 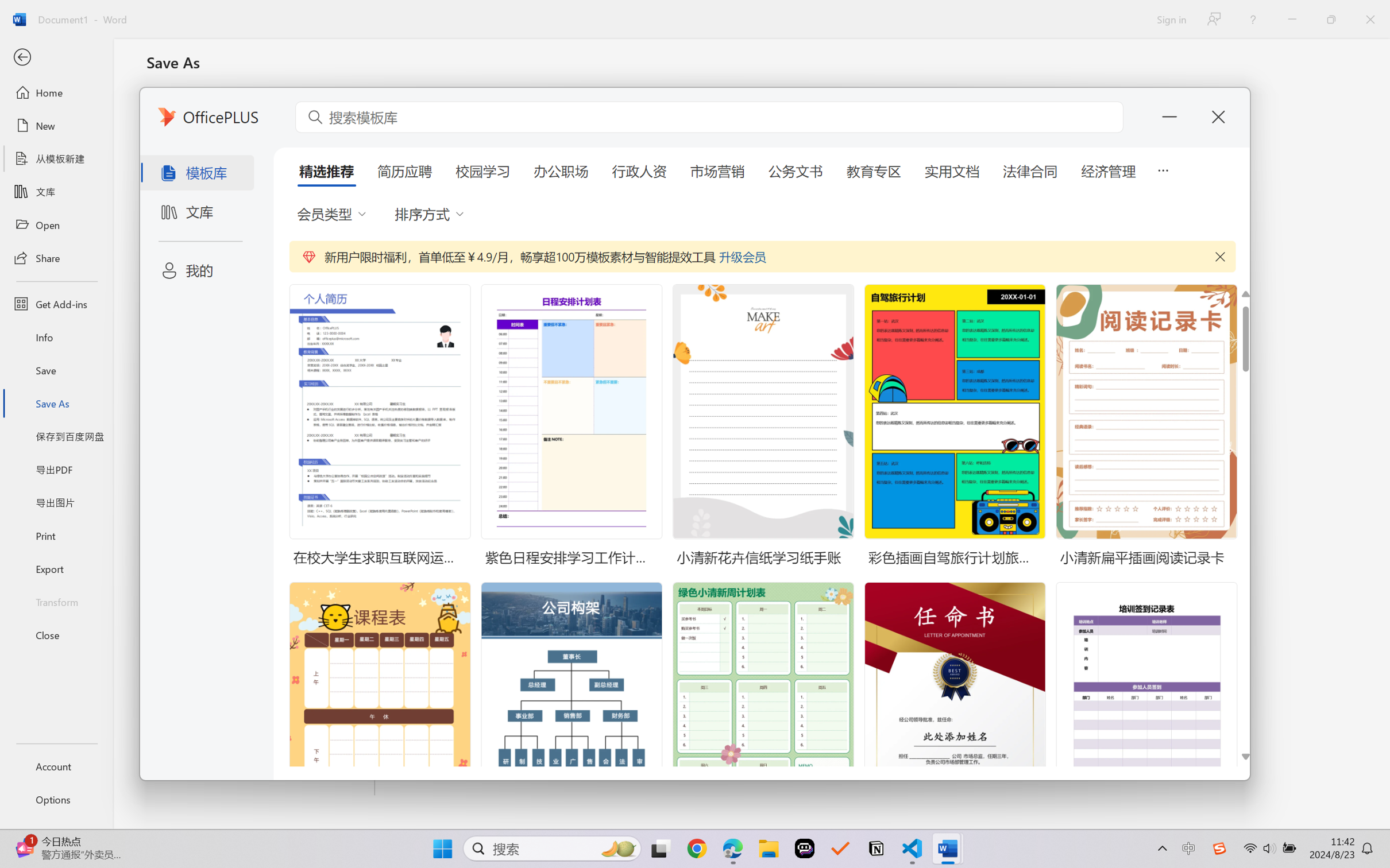 What do you see at coordinates (56, 568) in the screenshot?
I see `'Export'` at bounding box center [56, 568].